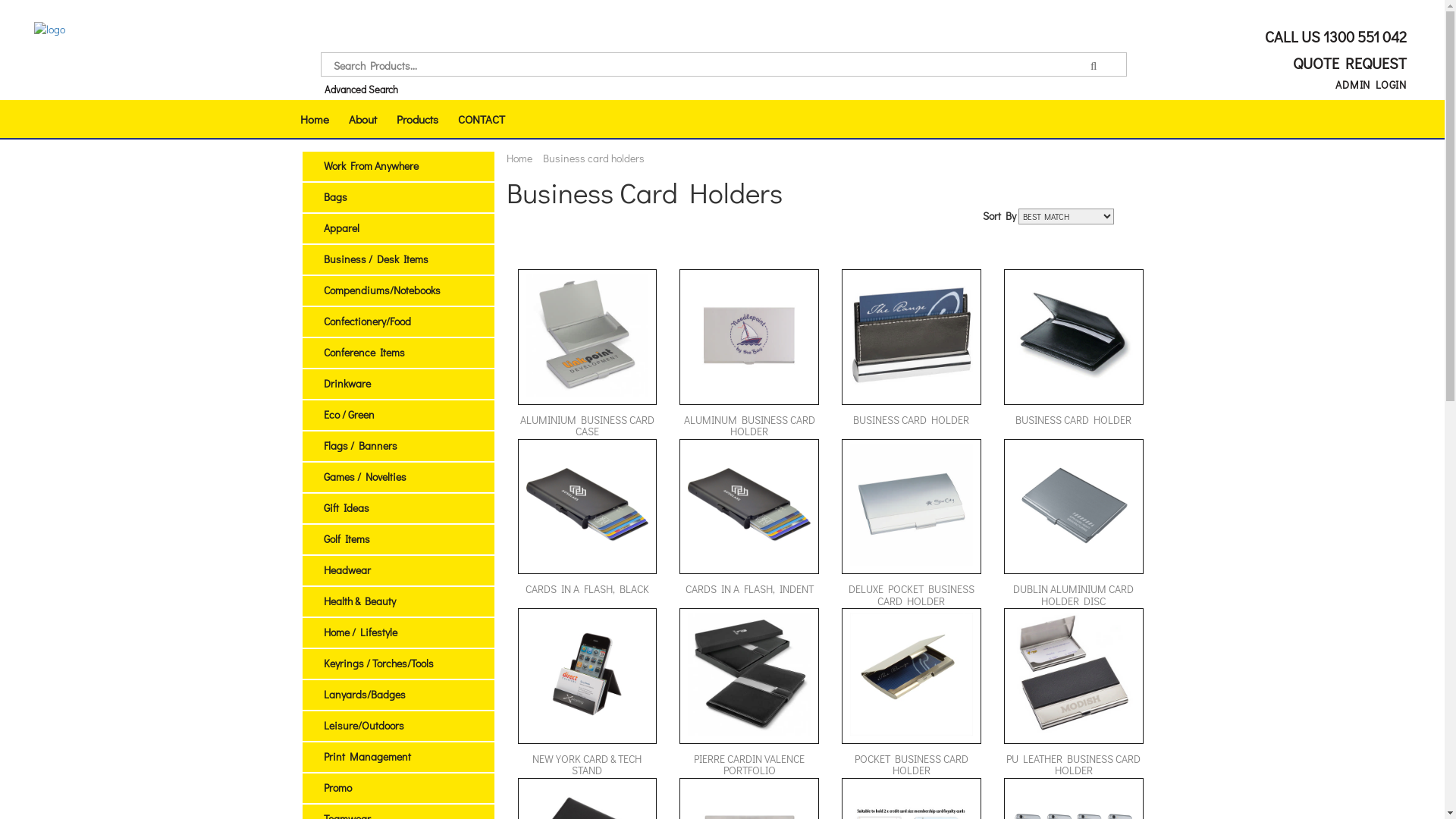 This screenshot has height=819, width=1456. Describe the element at coordinates (362, 724) in the screenshot. I see `'Leisure/Outdoors'` at that location.